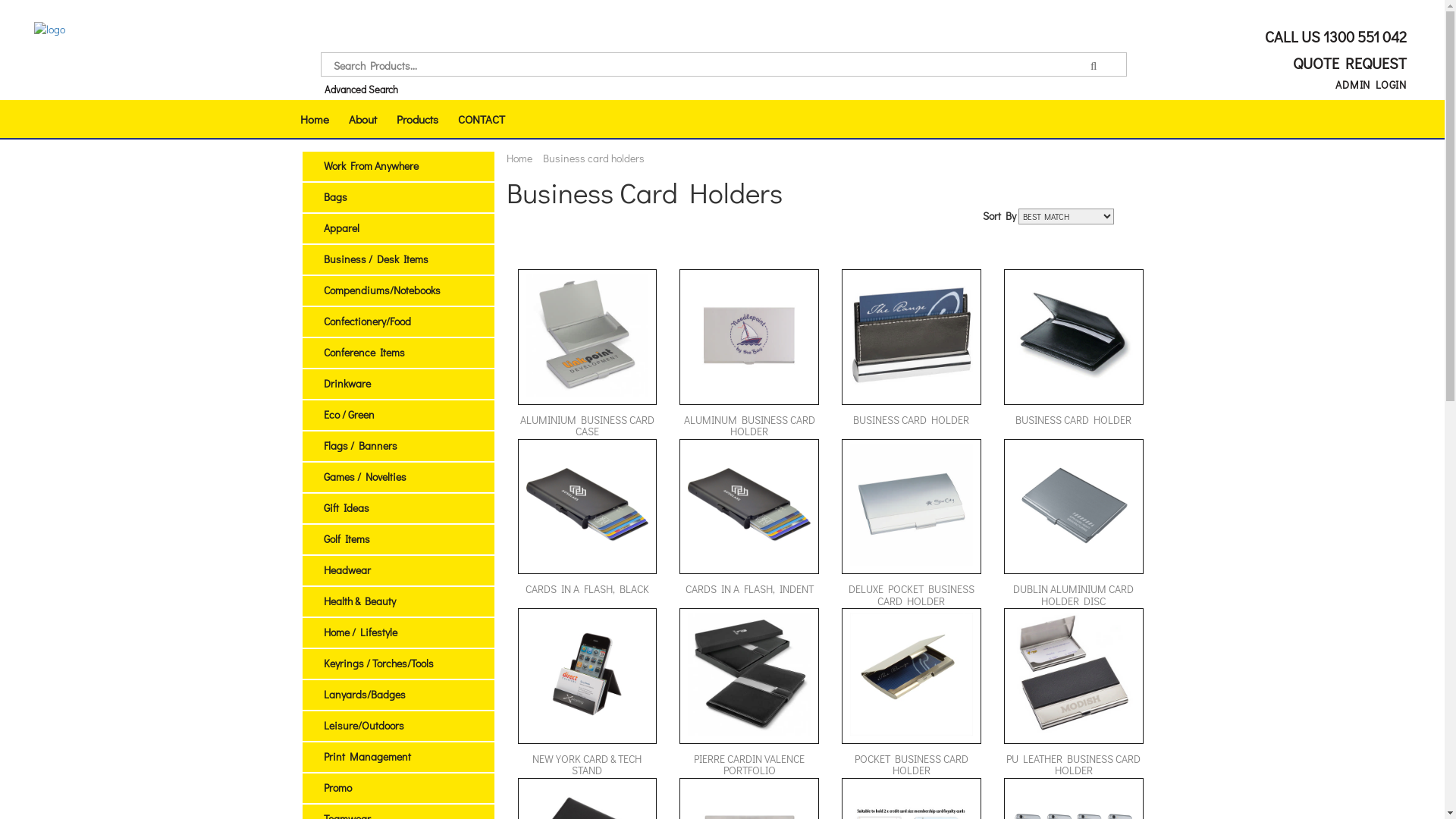 This screenshot has height=819, width=1456. Describe the element at coordinates (362, 724) in the screenshot. I see `'Leisure/Outdoors'` at that location.